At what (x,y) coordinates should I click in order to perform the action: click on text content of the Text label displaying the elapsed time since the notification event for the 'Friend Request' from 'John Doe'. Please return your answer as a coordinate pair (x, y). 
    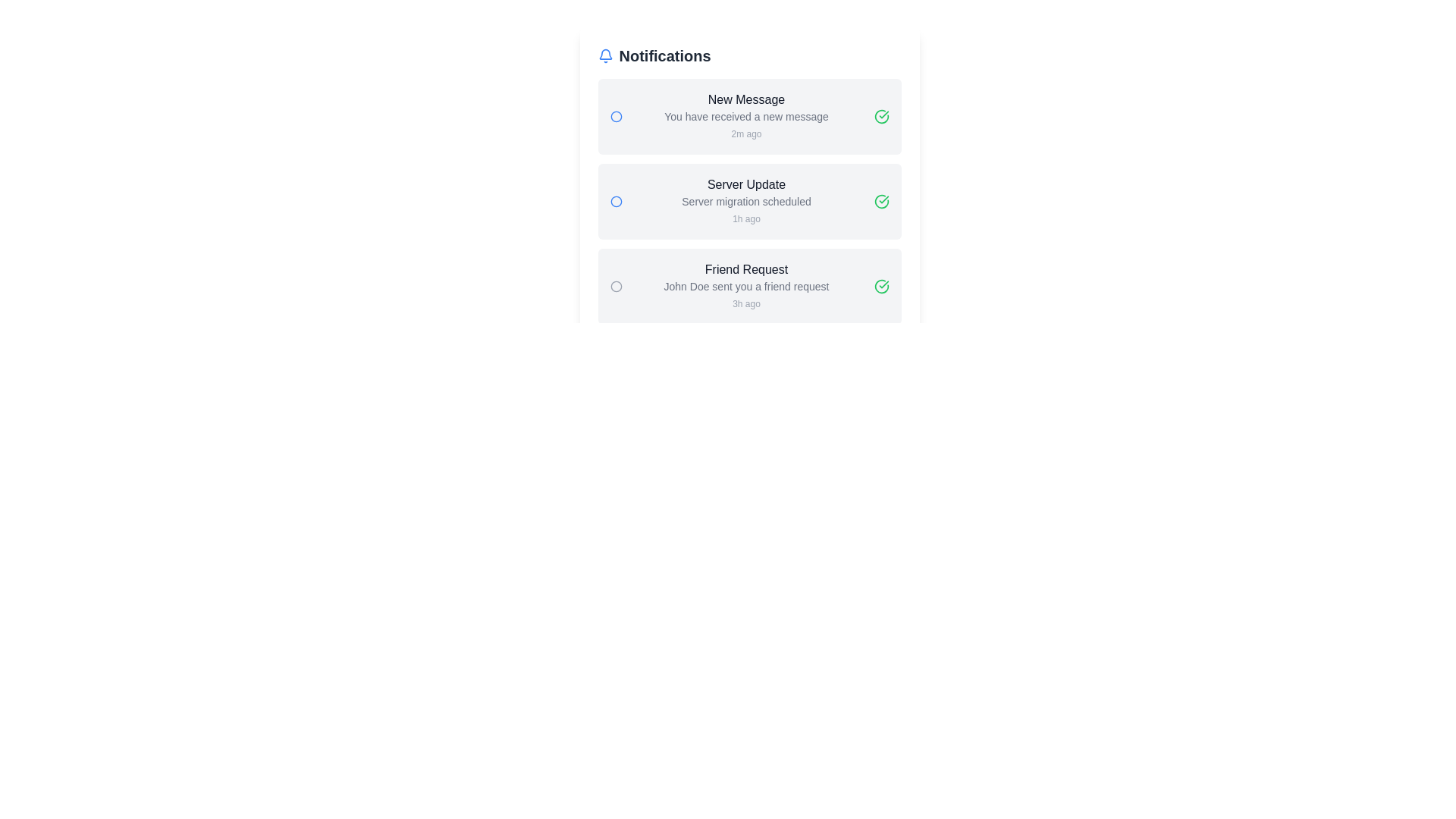
    Looking at the image, I should click on (746, 304).